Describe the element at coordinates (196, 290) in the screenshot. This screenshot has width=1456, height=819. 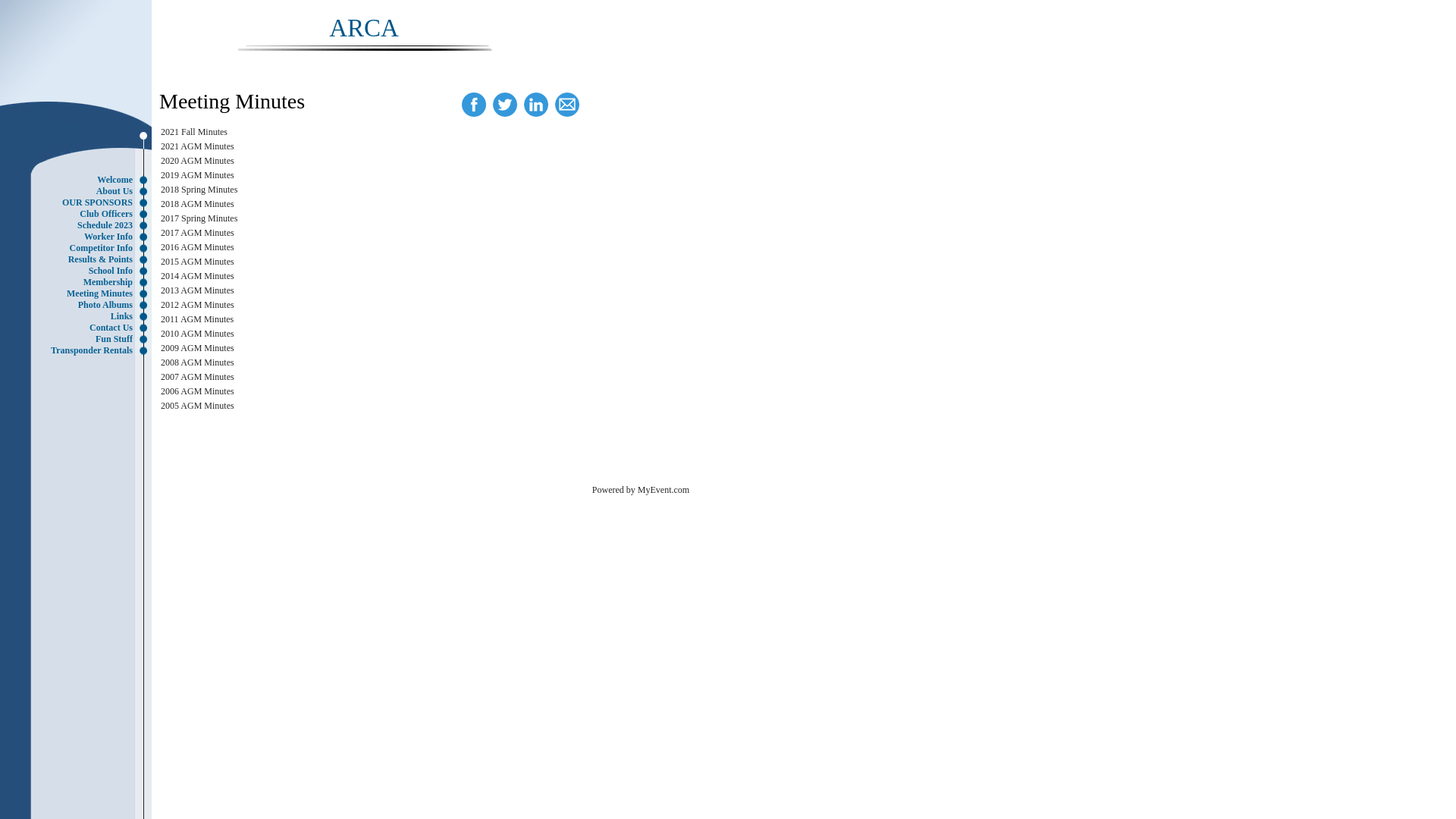
I see `'2013 AGM Minutes'` at that location.